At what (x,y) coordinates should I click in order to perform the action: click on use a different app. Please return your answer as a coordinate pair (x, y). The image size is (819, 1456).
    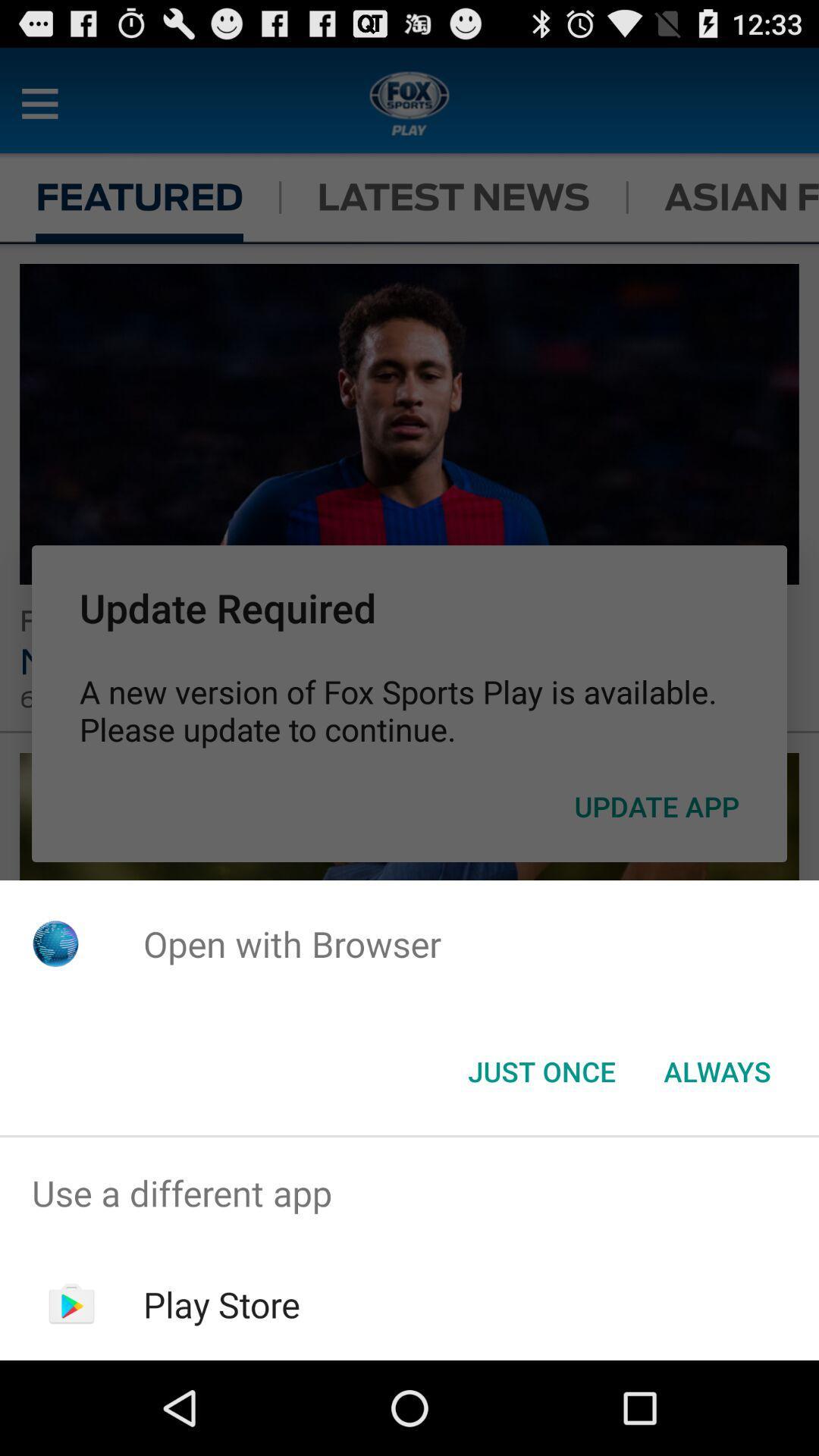
    Looking at the image, I should click on (409, 1192).